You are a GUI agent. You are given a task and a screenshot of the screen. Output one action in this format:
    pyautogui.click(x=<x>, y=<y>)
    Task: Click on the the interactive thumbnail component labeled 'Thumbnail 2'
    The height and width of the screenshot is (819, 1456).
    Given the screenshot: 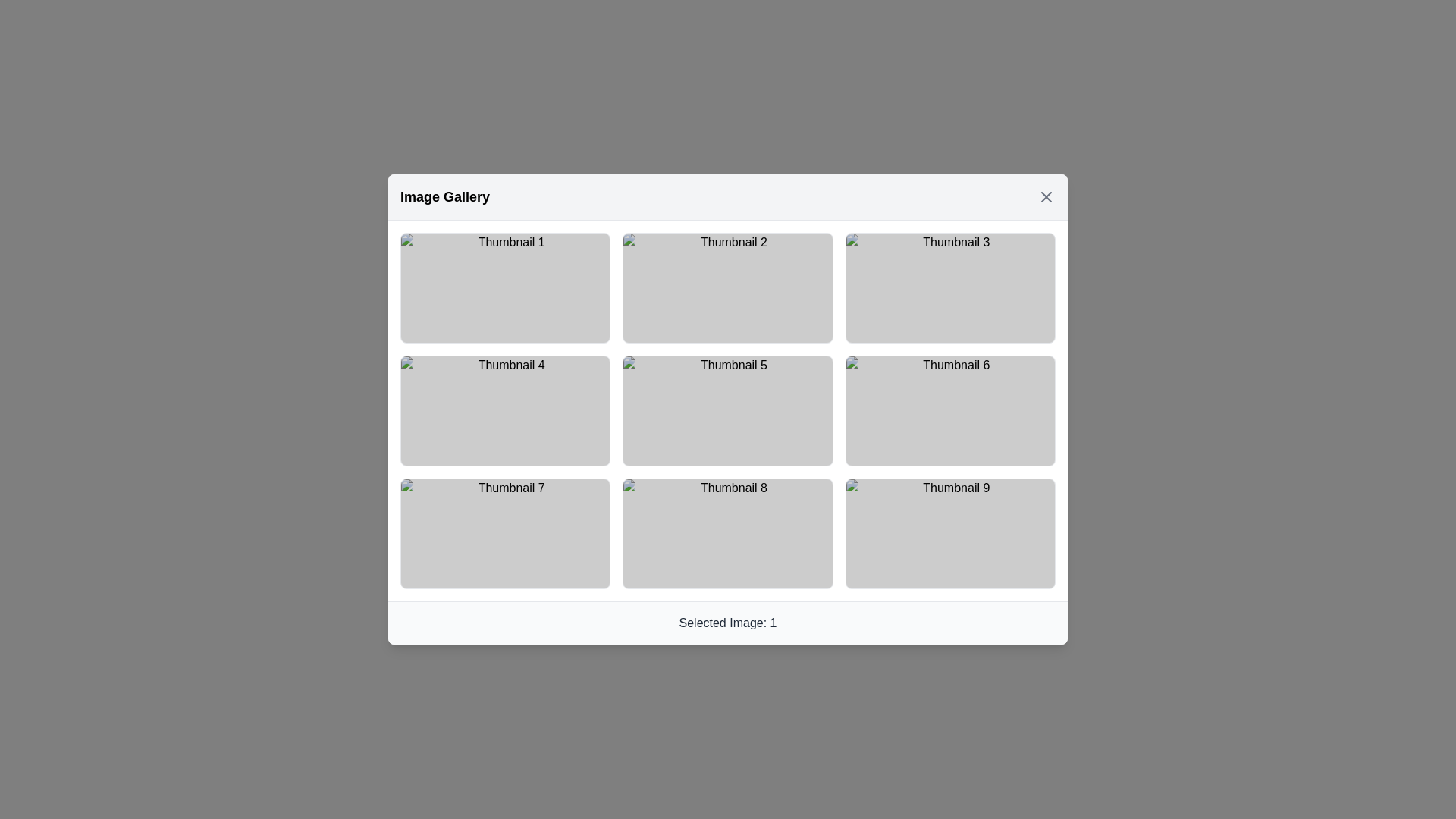 What is the action you would take?
    pyautogui.click(x=728, y=288)
    